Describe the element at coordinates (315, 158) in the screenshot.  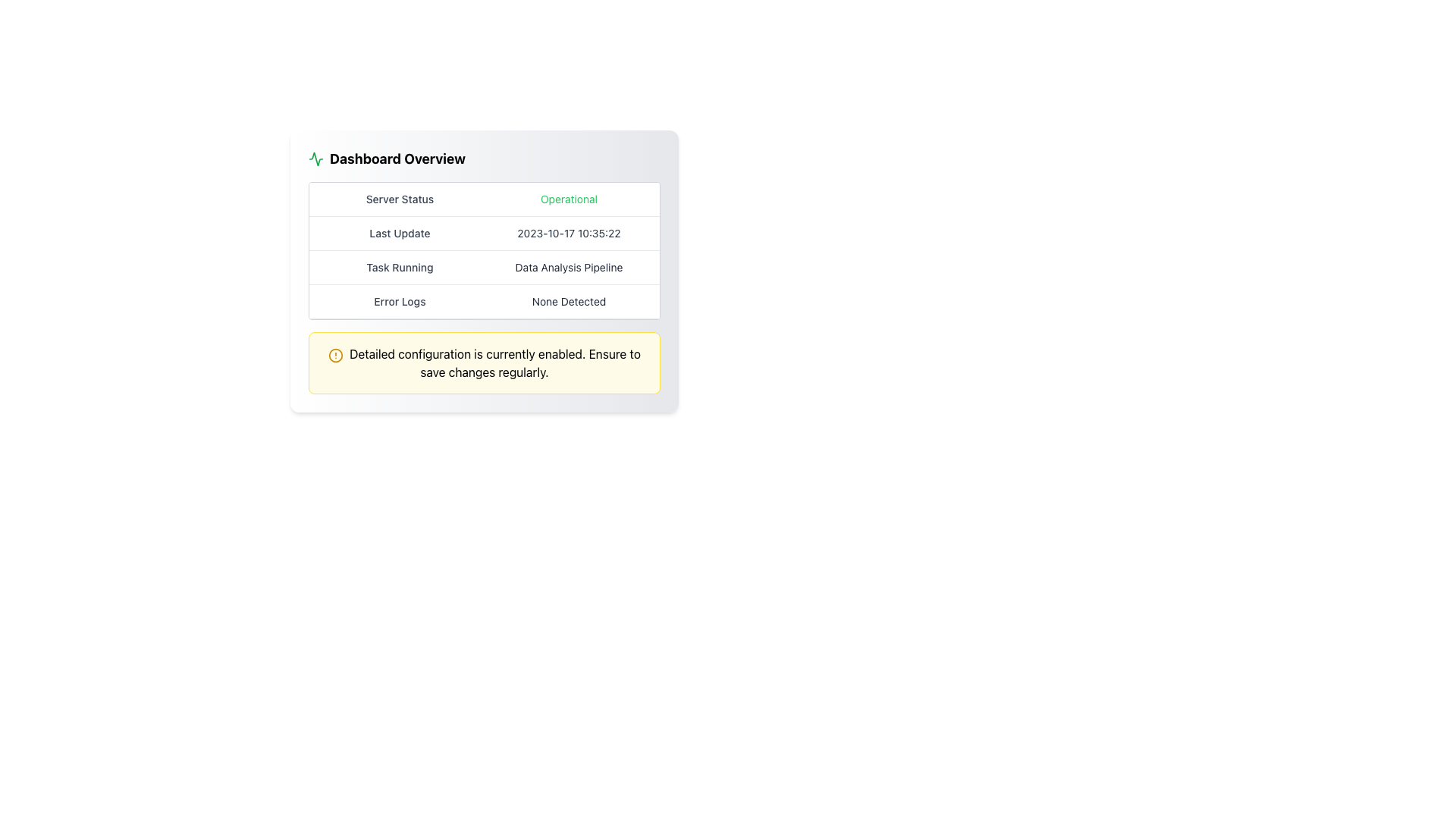
I see `the green-colored activity icon located to the left of the 'Dashboard Overview' text in the top-left corner of the section` at that location.